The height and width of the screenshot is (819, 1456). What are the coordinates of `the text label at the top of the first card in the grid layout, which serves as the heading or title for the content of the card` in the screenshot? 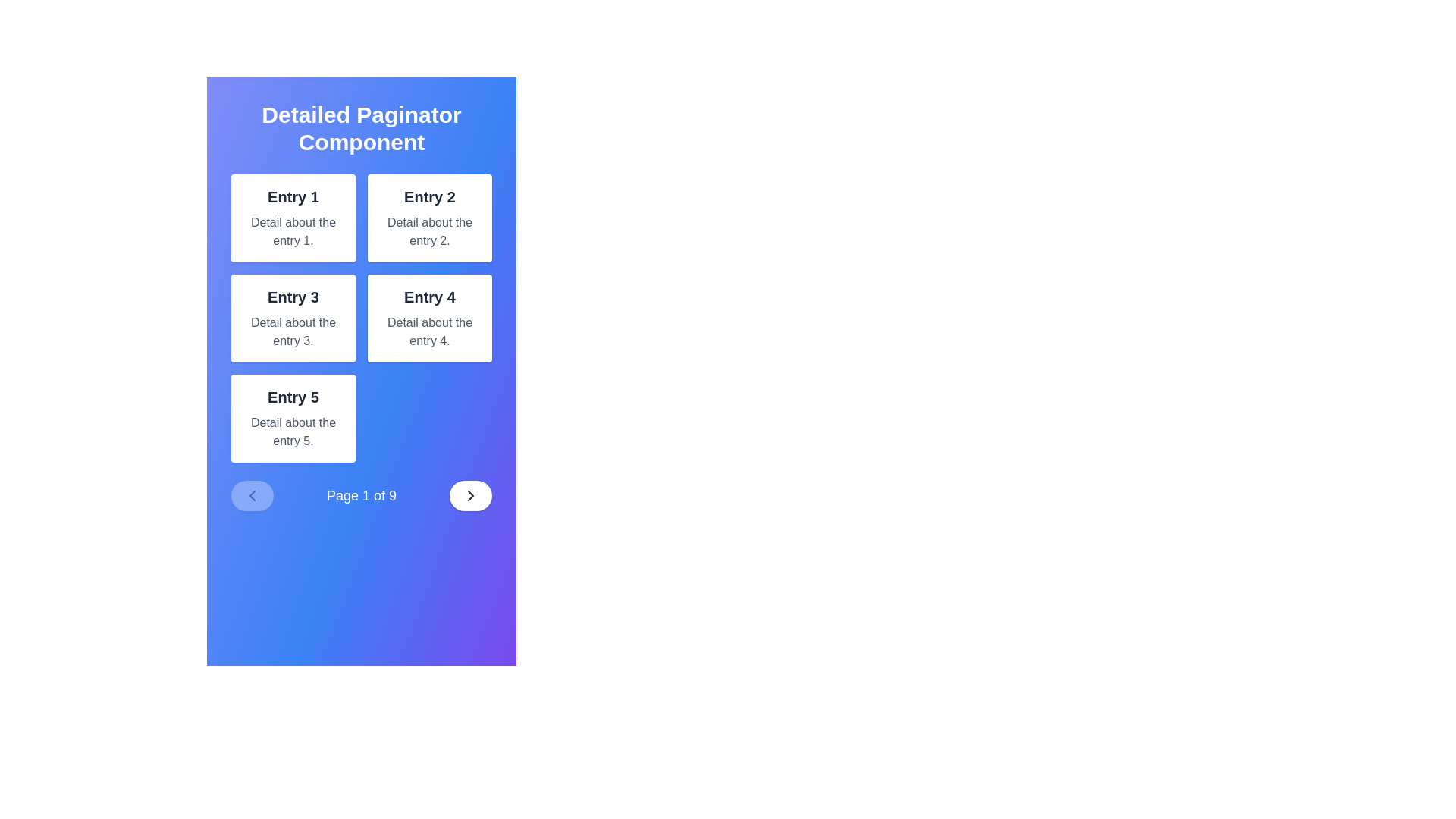 It's located at (293, 196).